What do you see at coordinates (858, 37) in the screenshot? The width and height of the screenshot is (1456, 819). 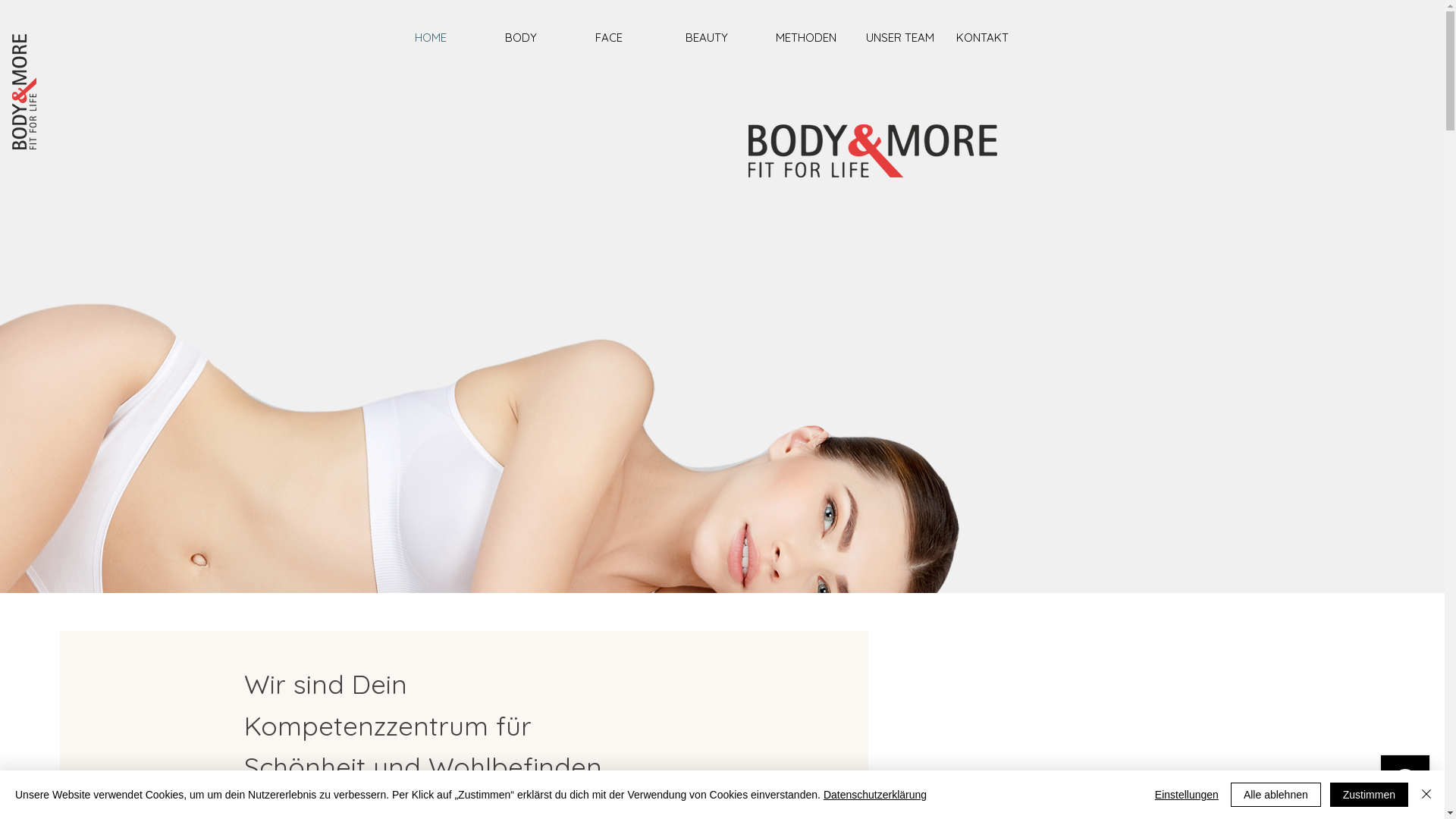 I see `'UNSER TEAM'` at bounding box center [858, 37].